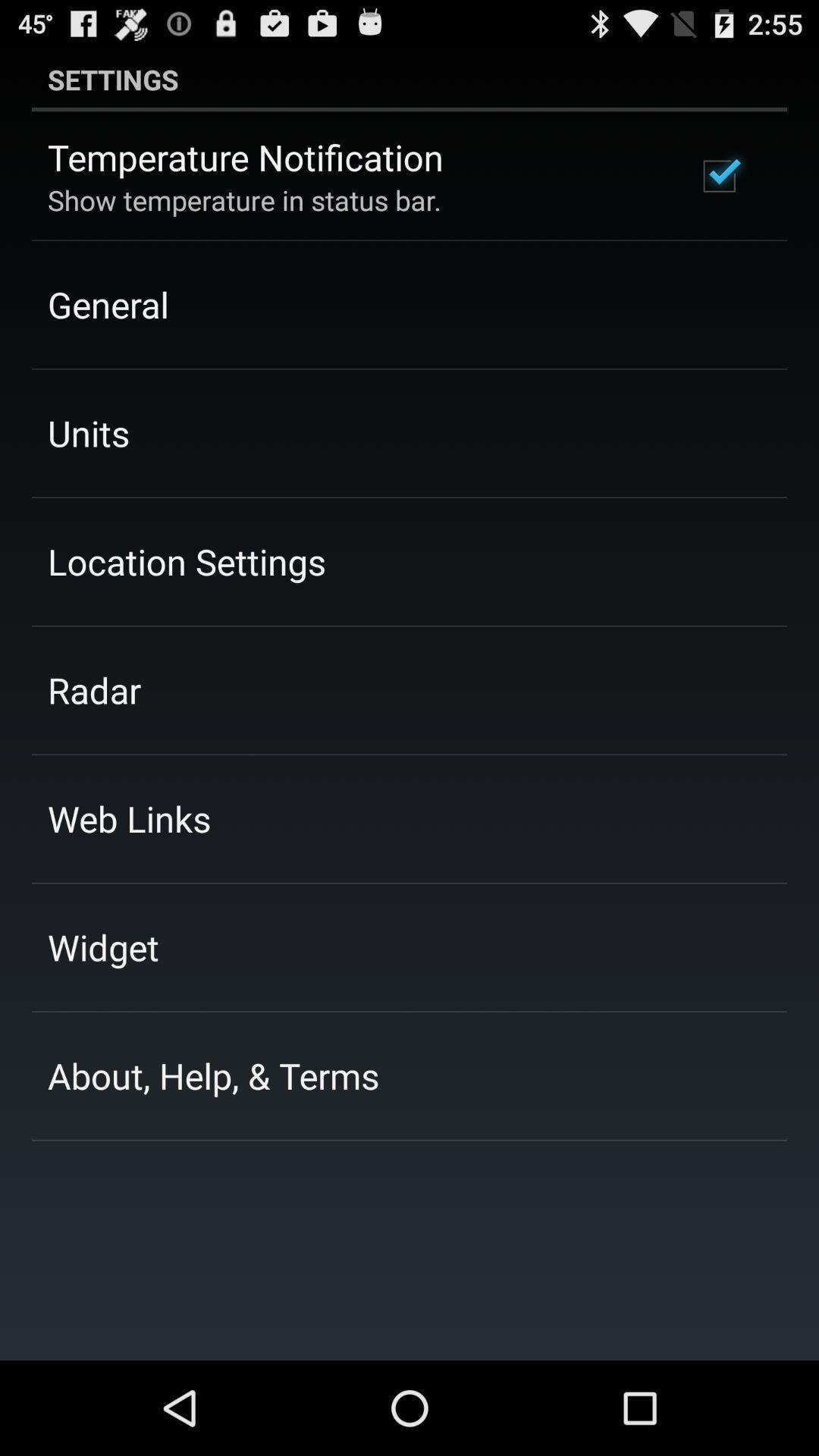  Describe the element at coordinates (107, 303) in the screenshot. I see `item above units` at that location.